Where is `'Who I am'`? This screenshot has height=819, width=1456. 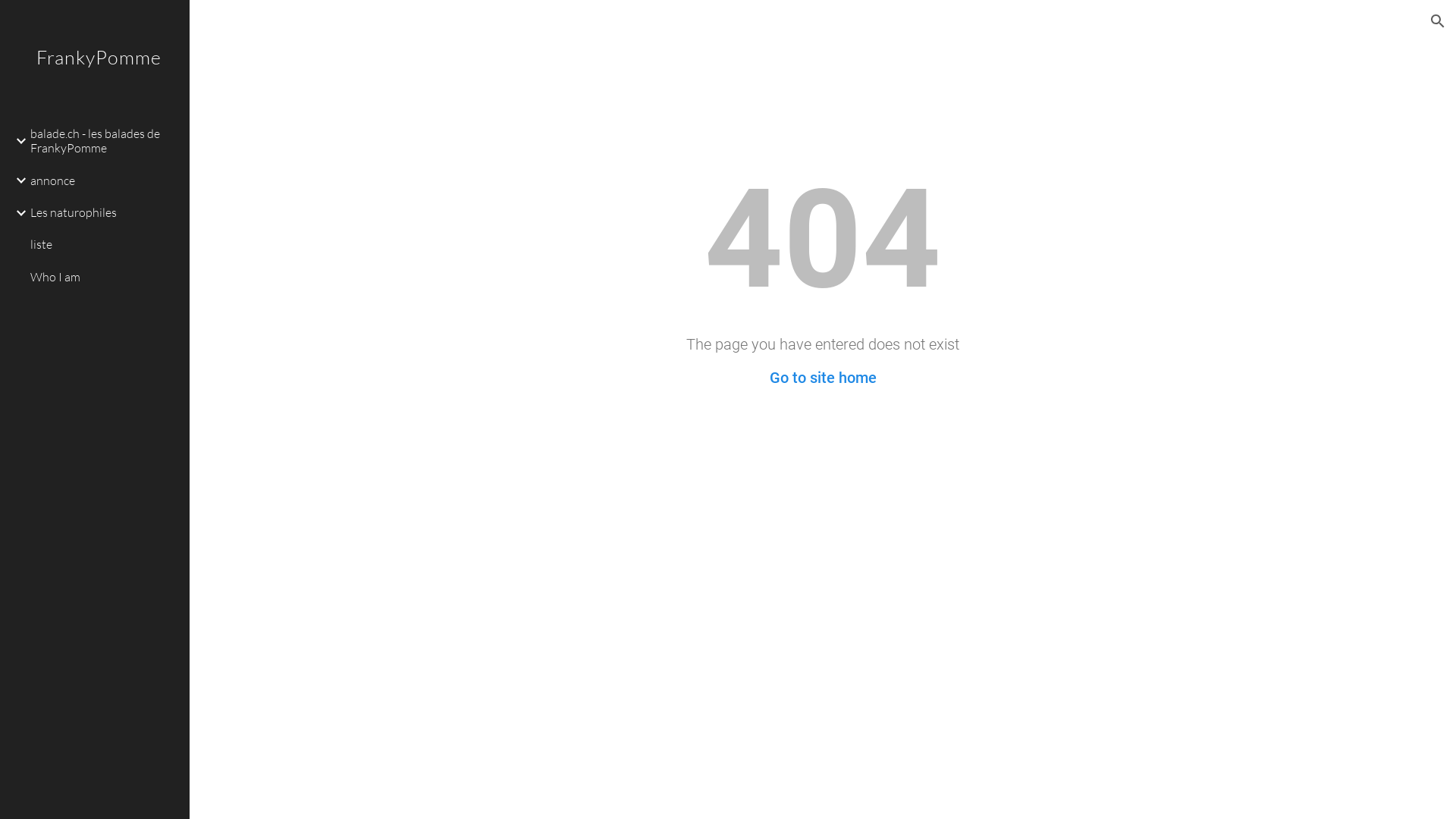 'Who I am' is located at coordinates (103, 277).